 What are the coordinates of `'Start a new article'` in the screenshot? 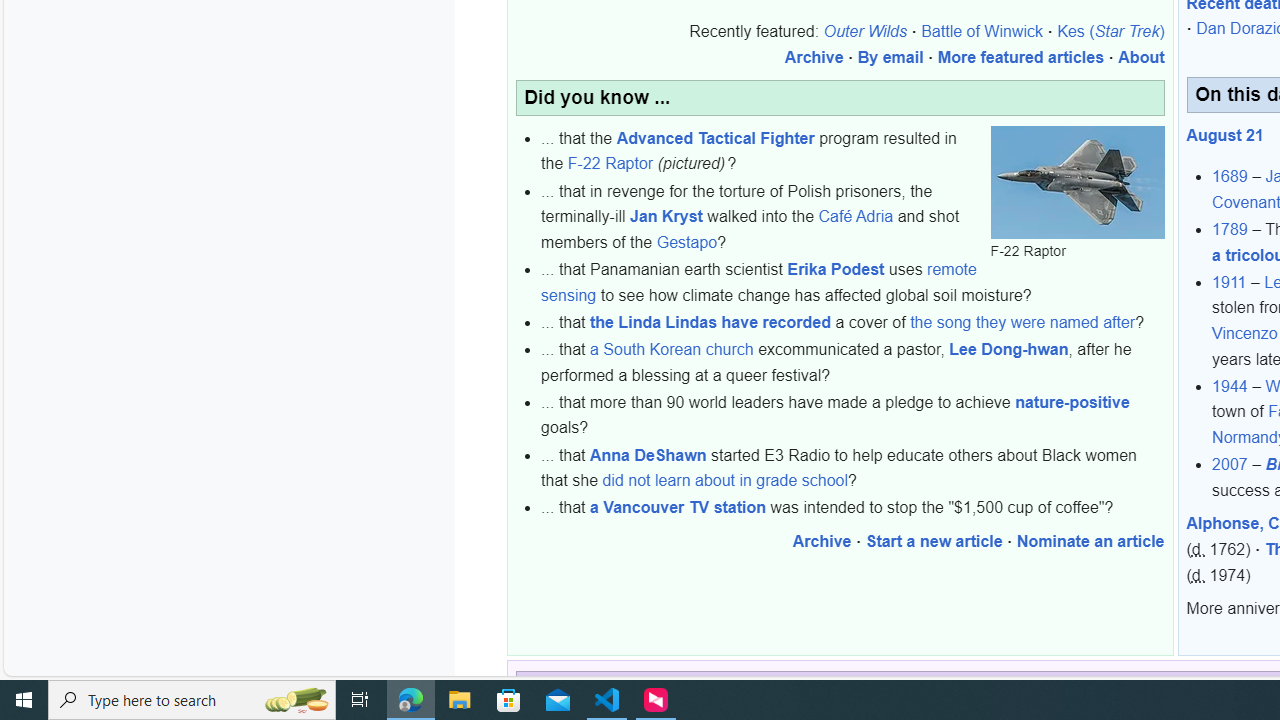 It's located at (933, 541).